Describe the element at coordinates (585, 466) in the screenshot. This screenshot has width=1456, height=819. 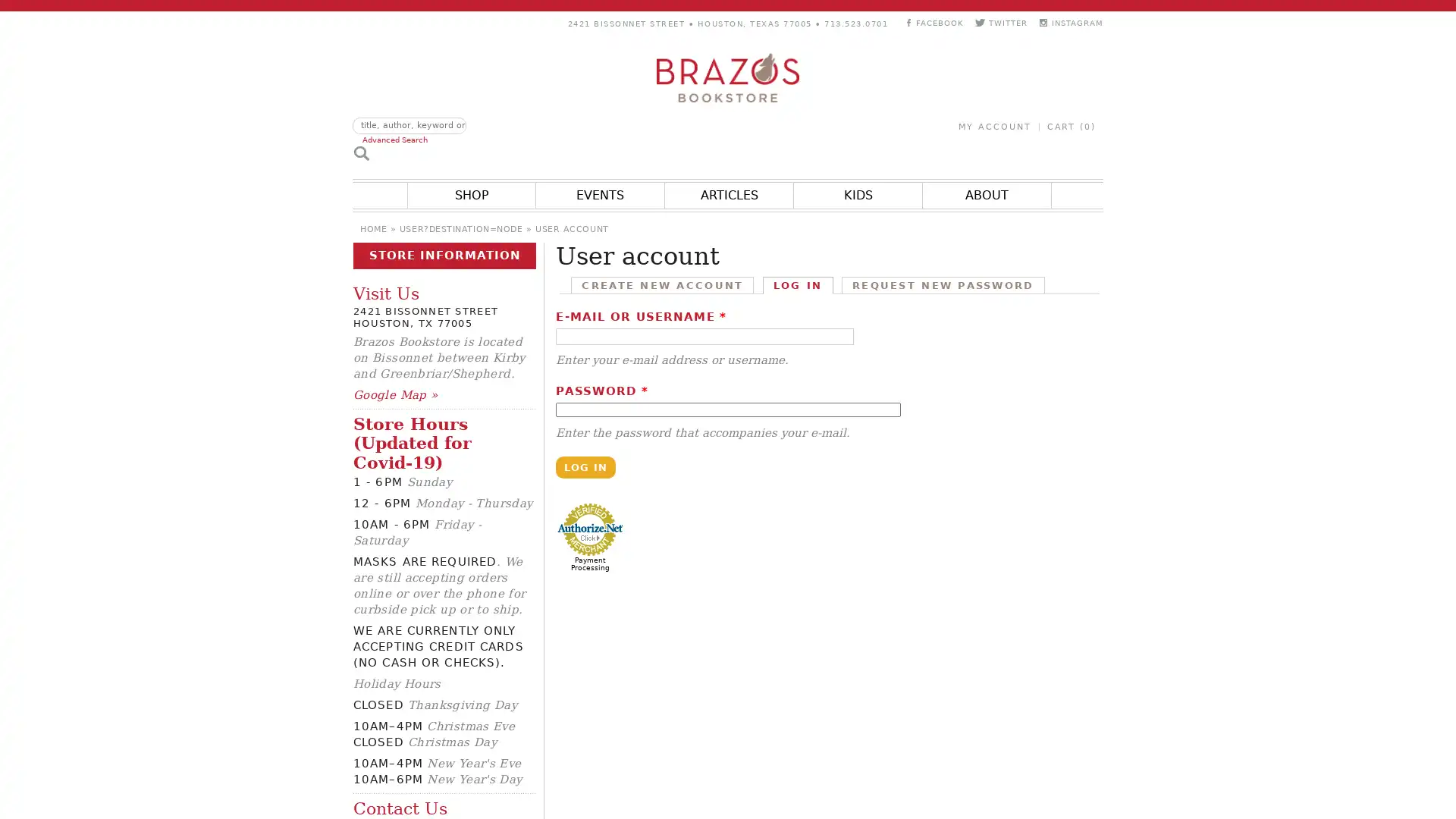
I see `Log in` at that location.